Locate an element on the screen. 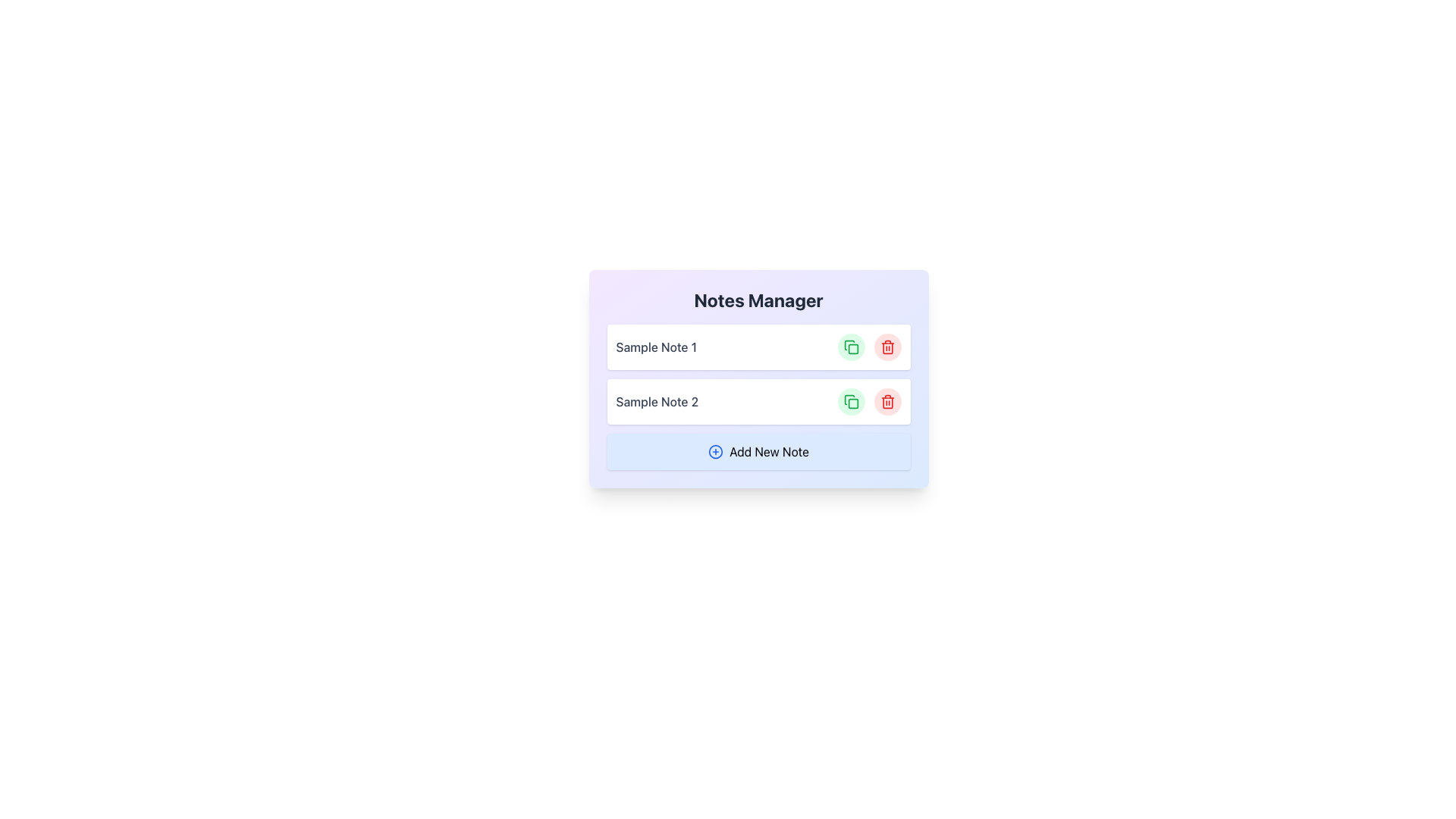 The height and width of the screenshot is (819, 1456). the red trash can icon located in the controls of the second item row under 'Sample Note 2' is located at coordinates (887, 402).